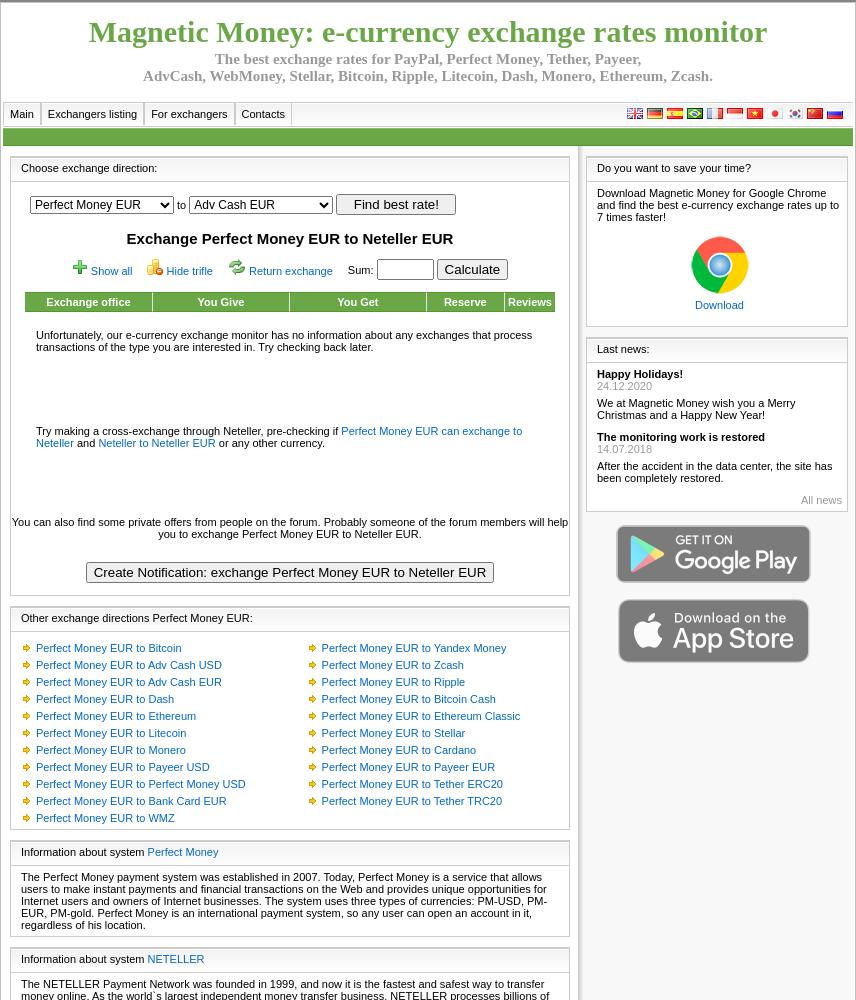 The image size is (856, 1000). What do you see at coordinates (680, 437) in the screenshot?
I see `'The monitoring work is restored'` at bounding box center [680, 437].